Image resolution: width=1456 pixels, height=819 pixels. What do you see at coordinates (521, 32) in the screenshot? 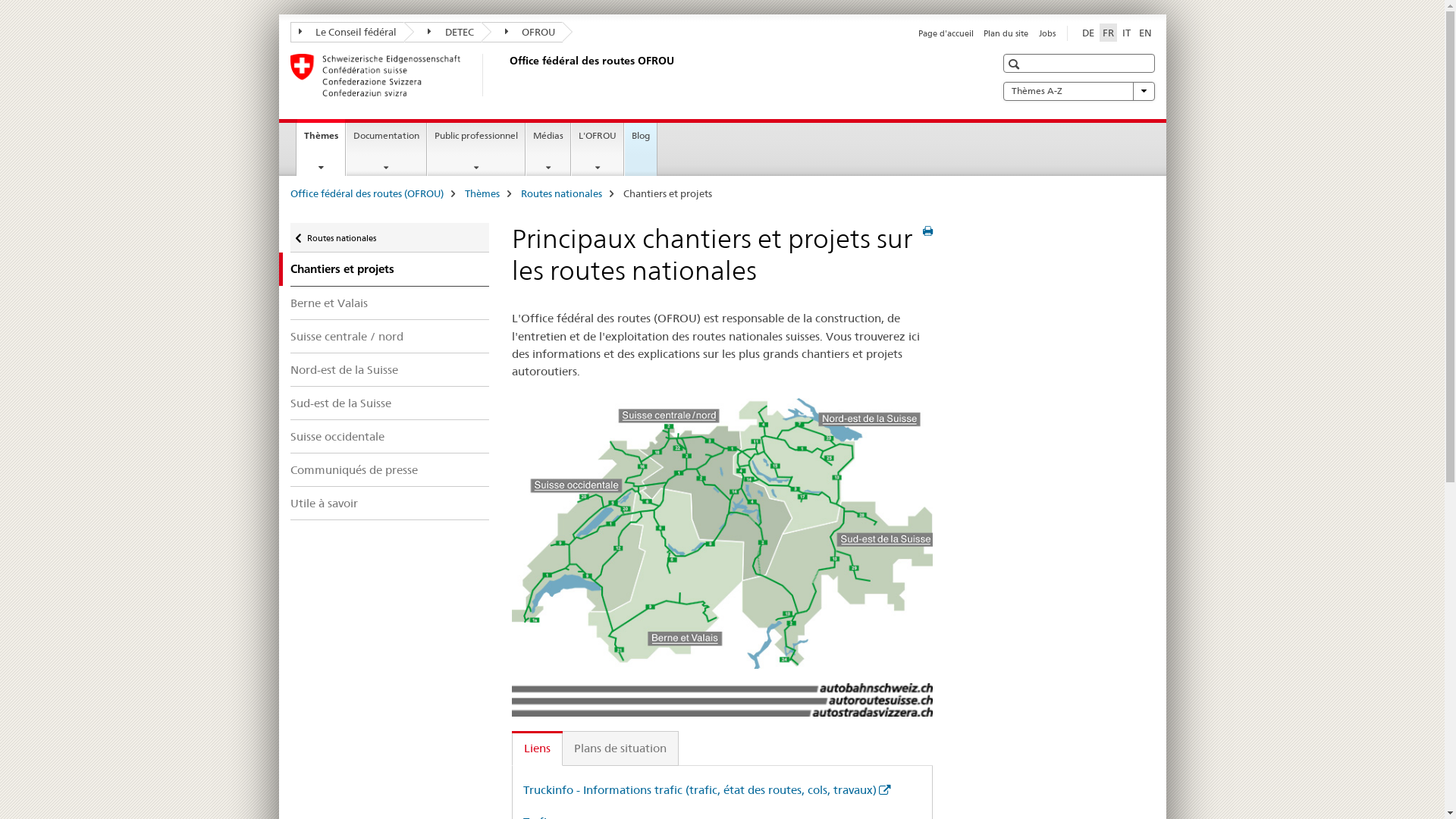
I see `'OFROU'` at bounding box center [521, 32].